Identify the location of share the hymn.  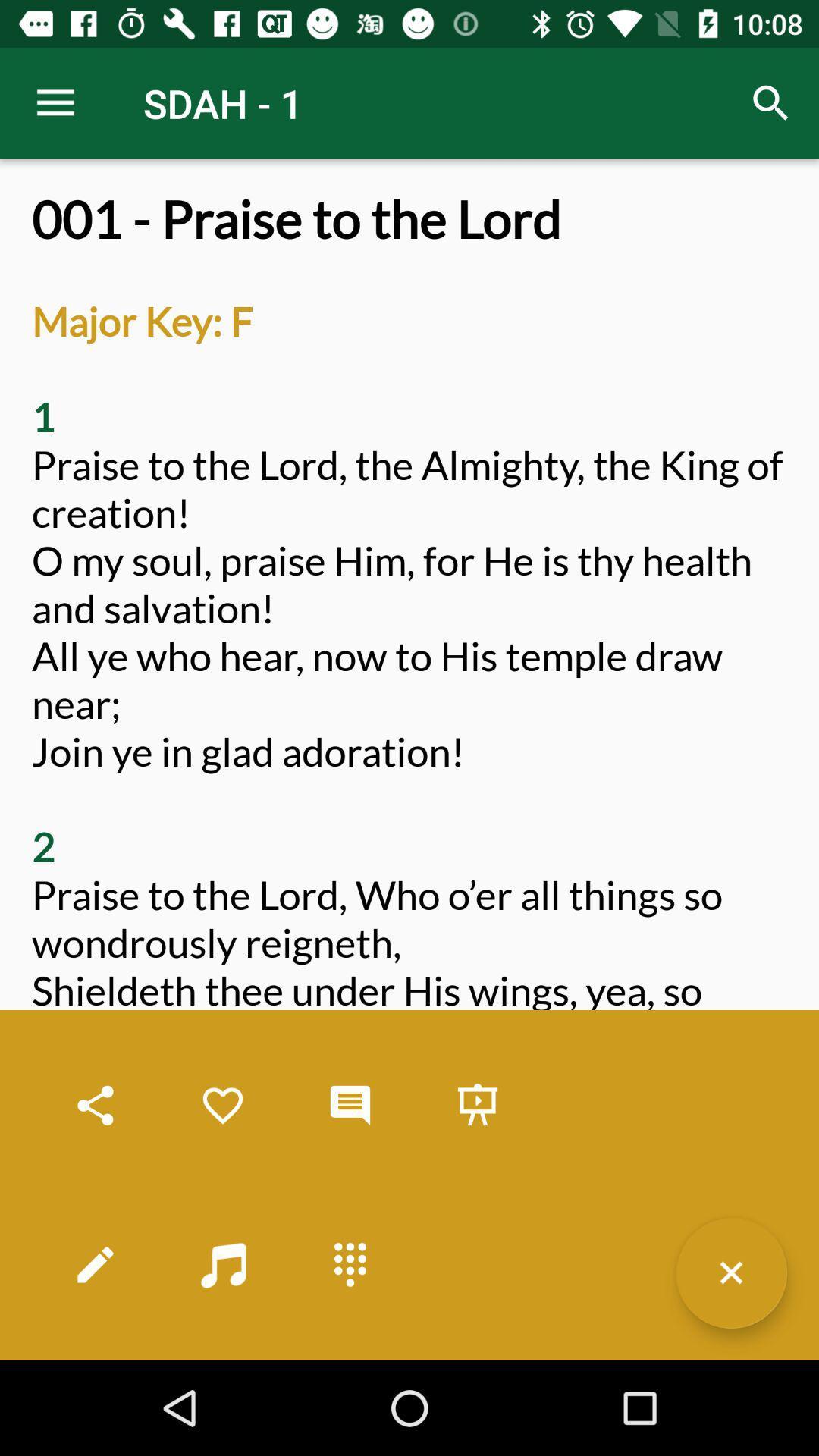
(96, 1106).